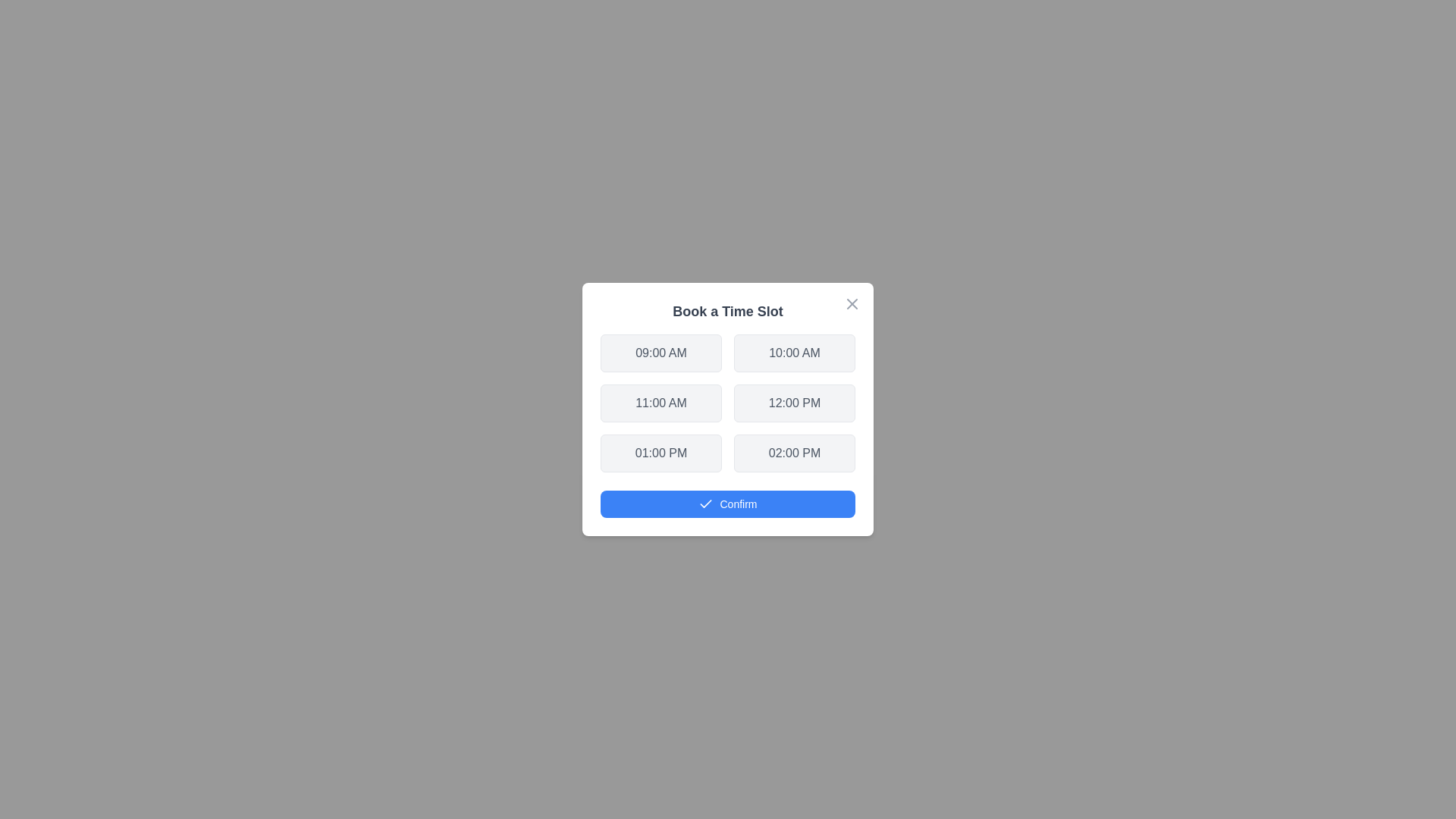  I want to click on the time slot 12:00 PM by clicking on its button, so click(793, 403).